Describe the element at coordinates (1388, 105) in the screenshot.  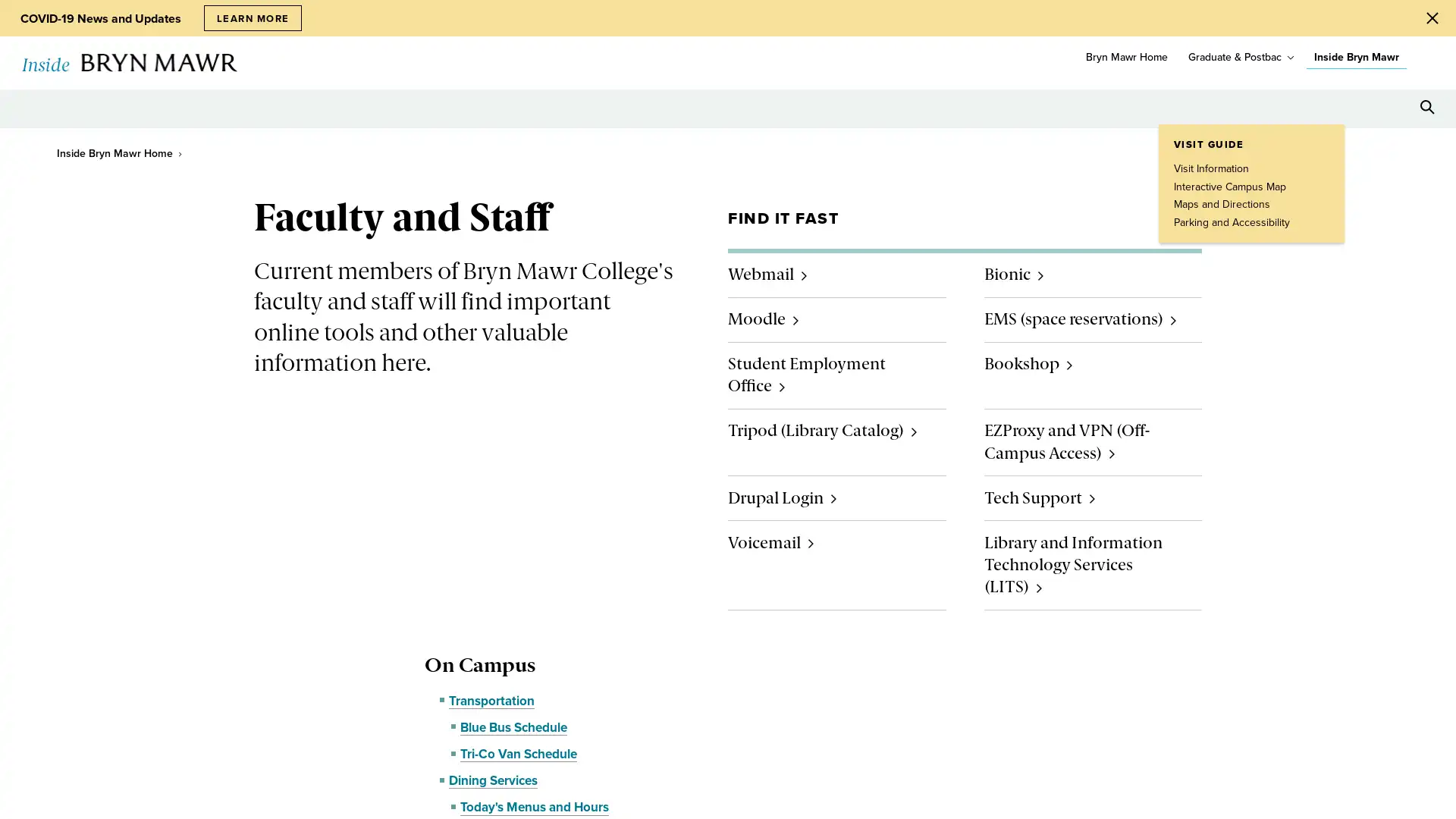
I see `Open Resources menu` at that location.